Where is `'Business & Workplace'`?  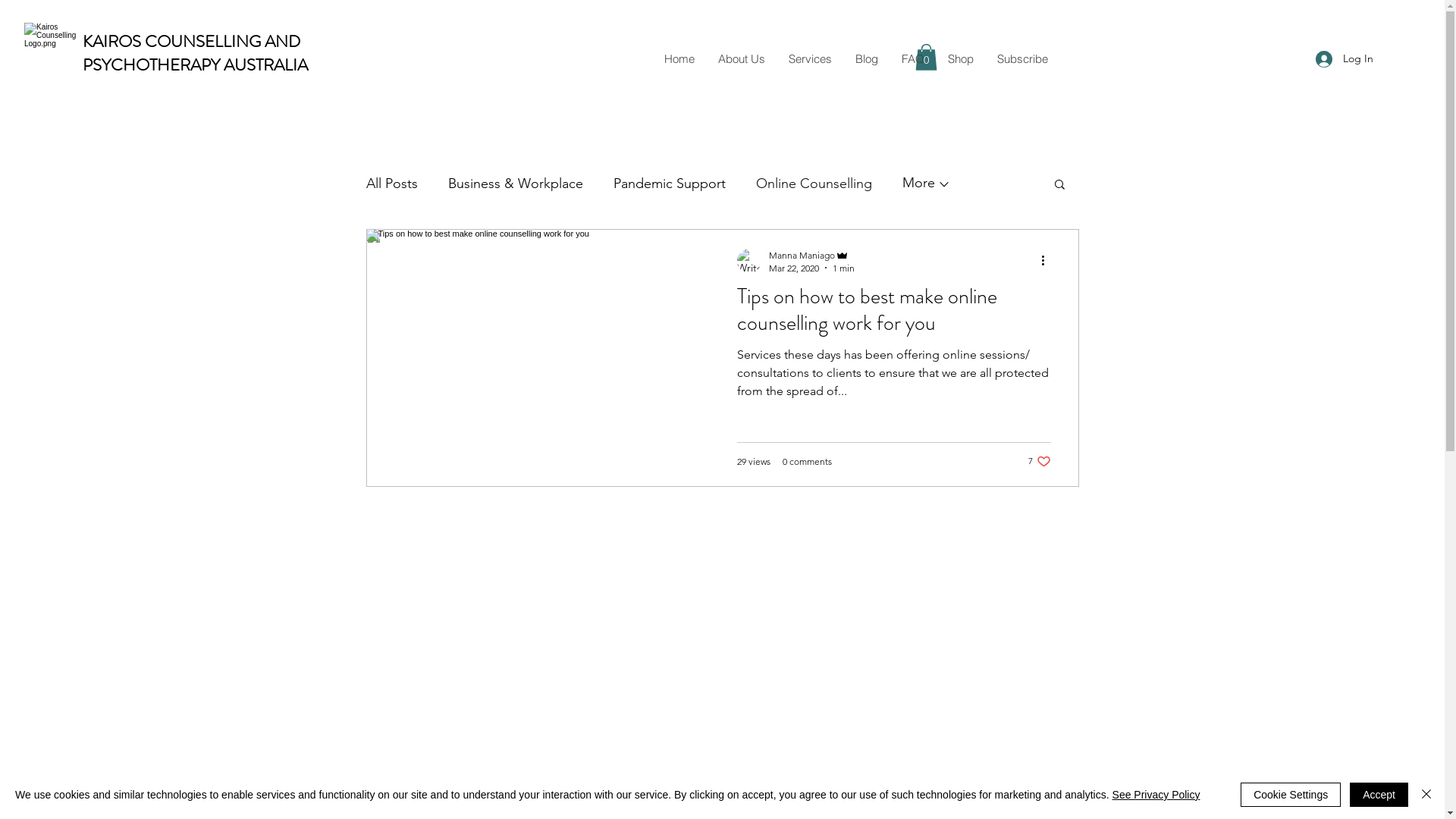
'Business & Workplace' is located at coordinates (514, 183).